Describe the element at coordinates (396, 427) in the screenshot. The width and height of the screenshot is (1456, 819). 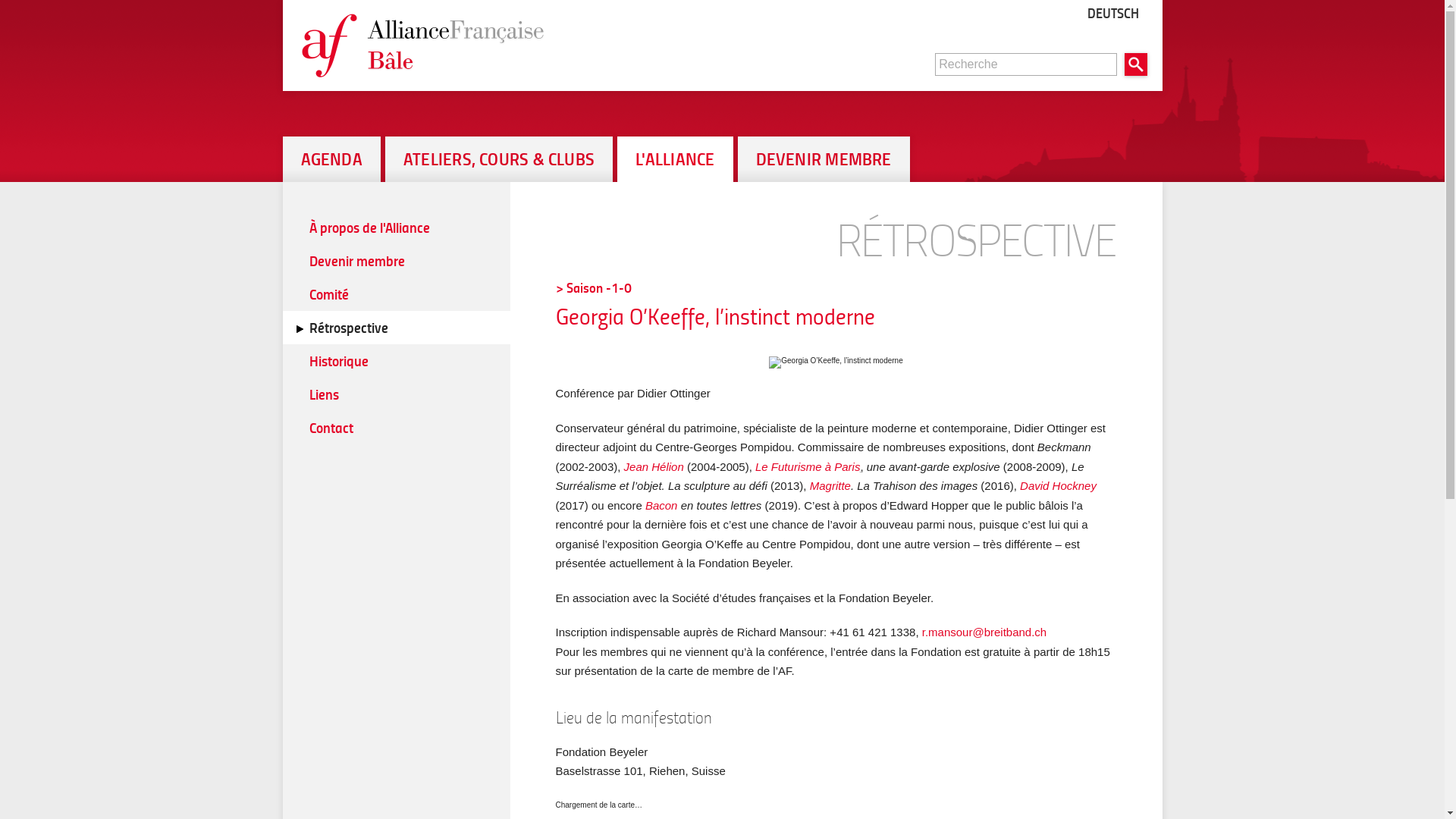
I see `'Contact'` at that location.